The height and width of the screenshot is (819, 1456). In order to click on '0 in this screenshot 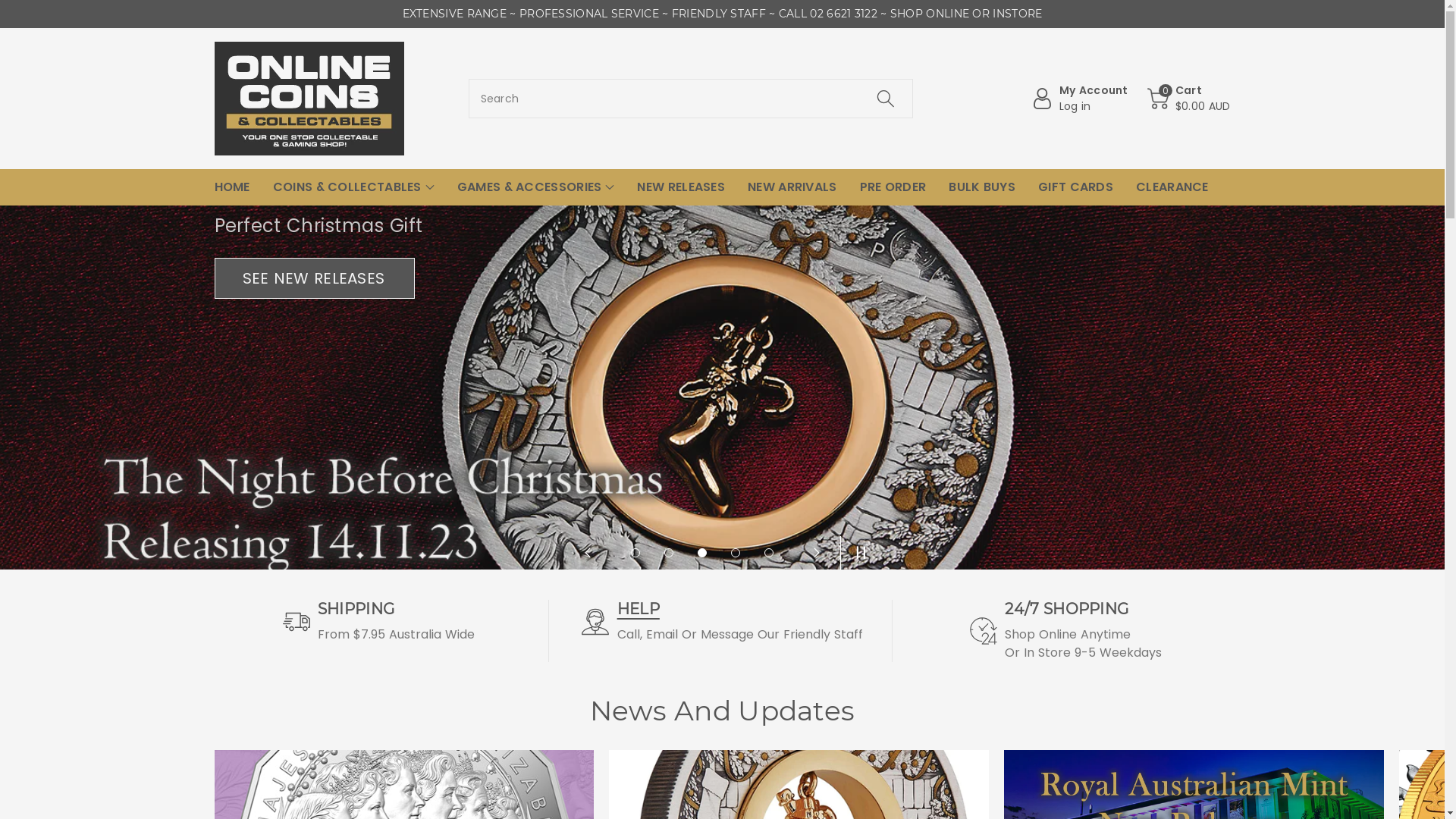, I will do `click(1188, 99)`.